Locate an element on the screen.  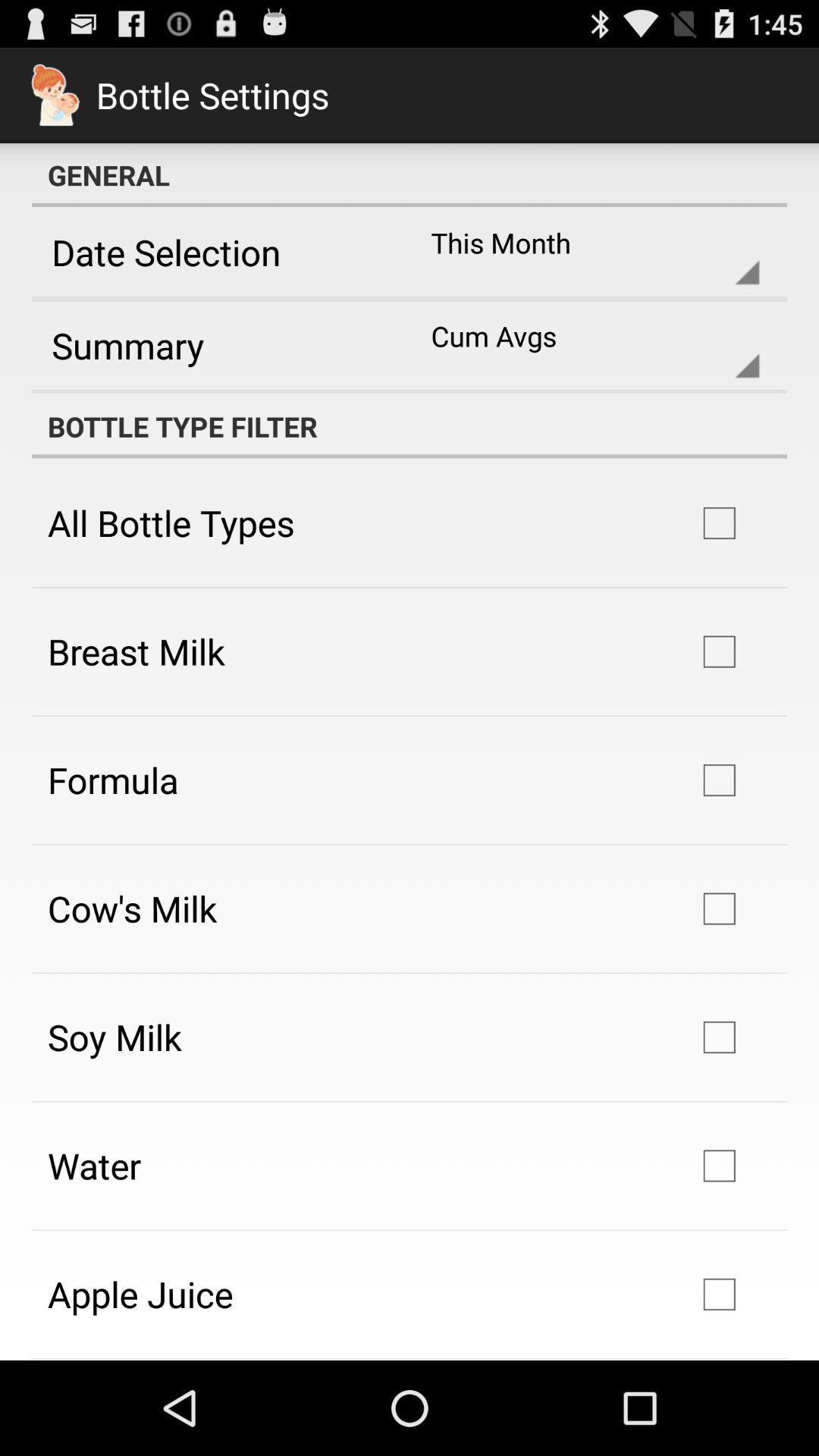
the icon above cow's milk is located at coordinates (112, 780).